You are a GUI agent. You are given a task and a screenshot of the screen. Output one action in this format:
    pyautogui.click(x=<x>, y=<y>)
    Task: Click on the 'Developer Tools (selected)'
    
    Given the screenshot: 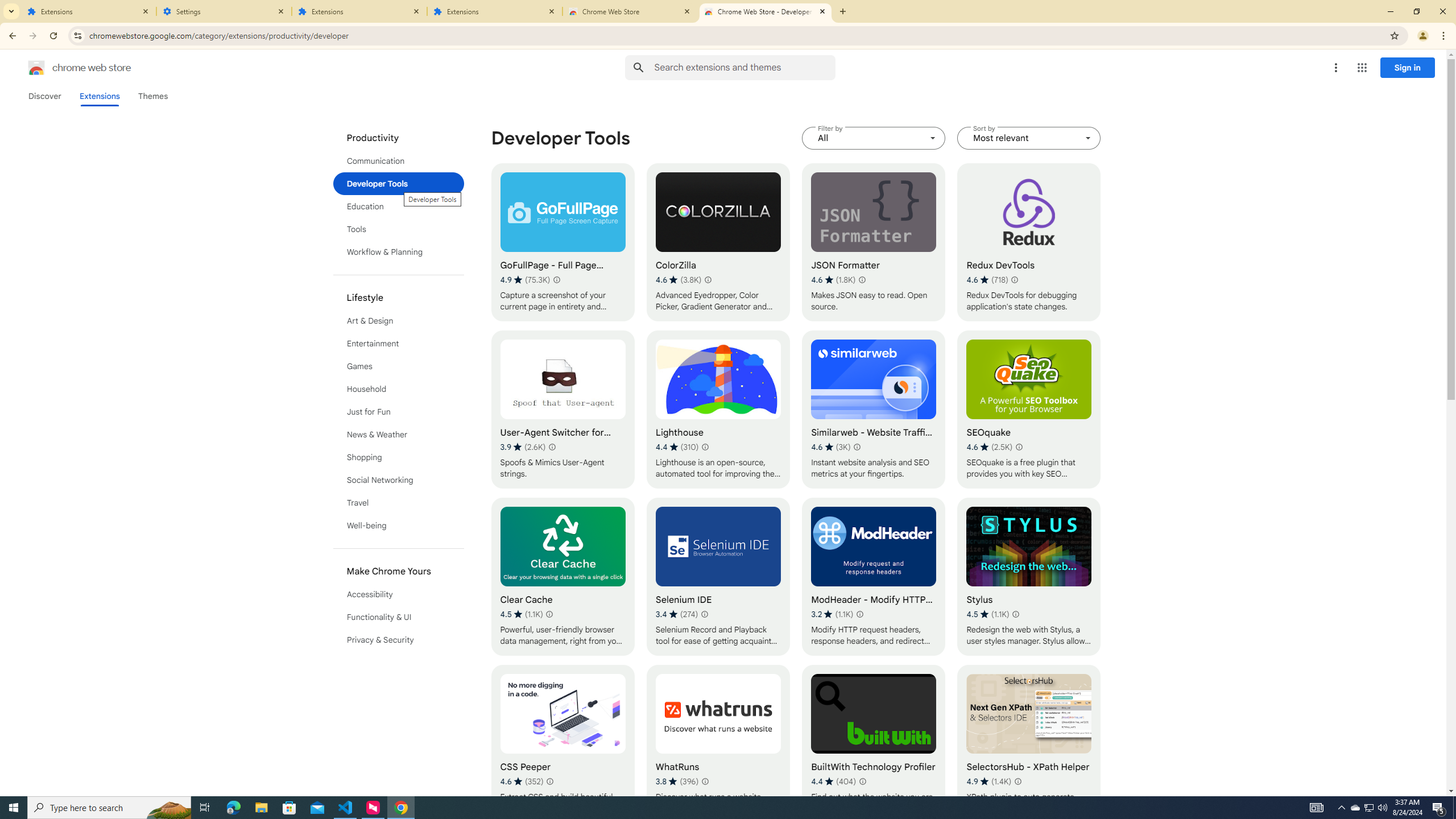 What is the action you would take?
    pyautogui.click(x=399, y=183)
    